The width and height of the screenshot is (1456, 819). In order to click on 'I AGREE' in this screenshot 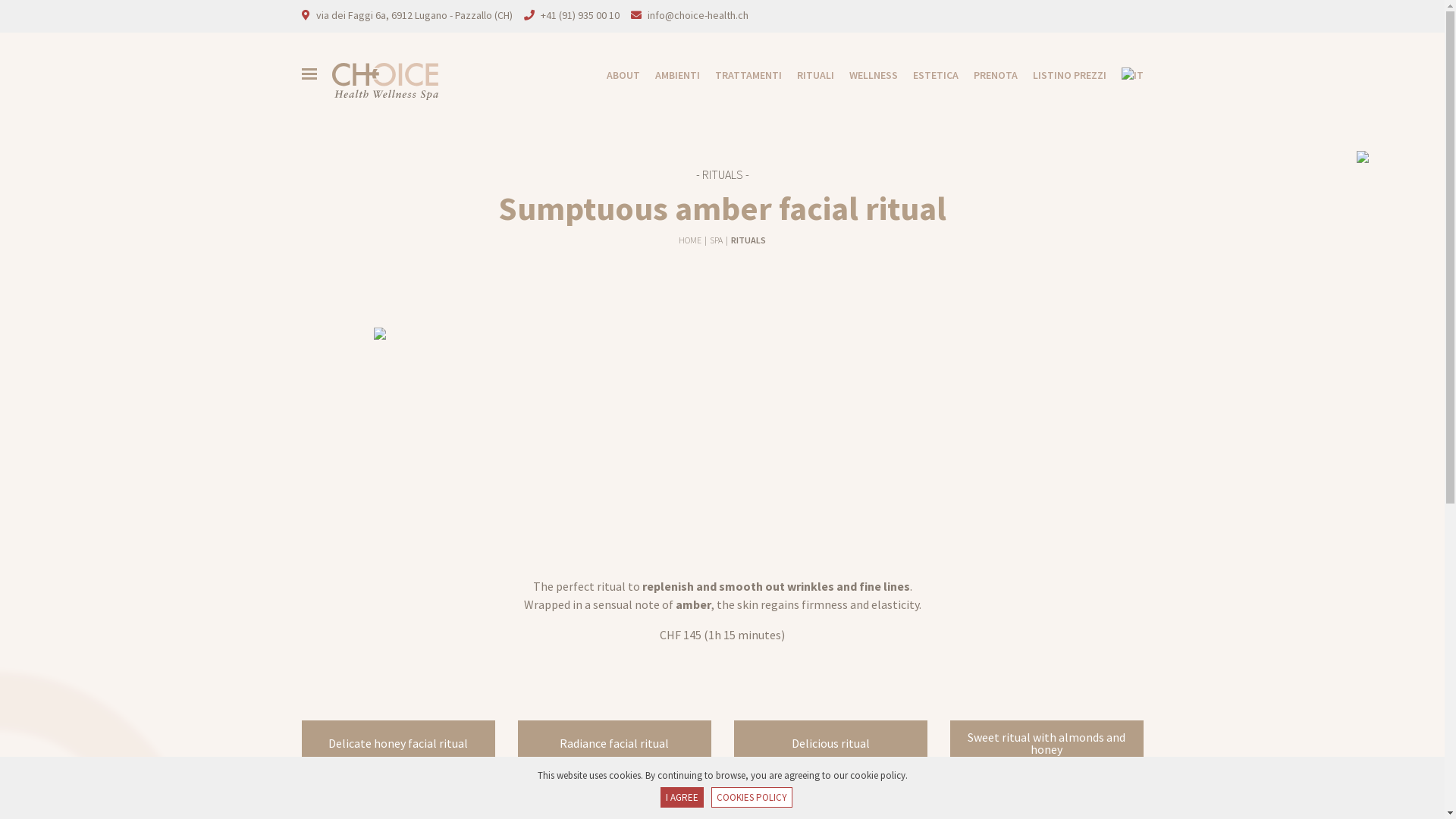, I will do `click(680, 797)`.